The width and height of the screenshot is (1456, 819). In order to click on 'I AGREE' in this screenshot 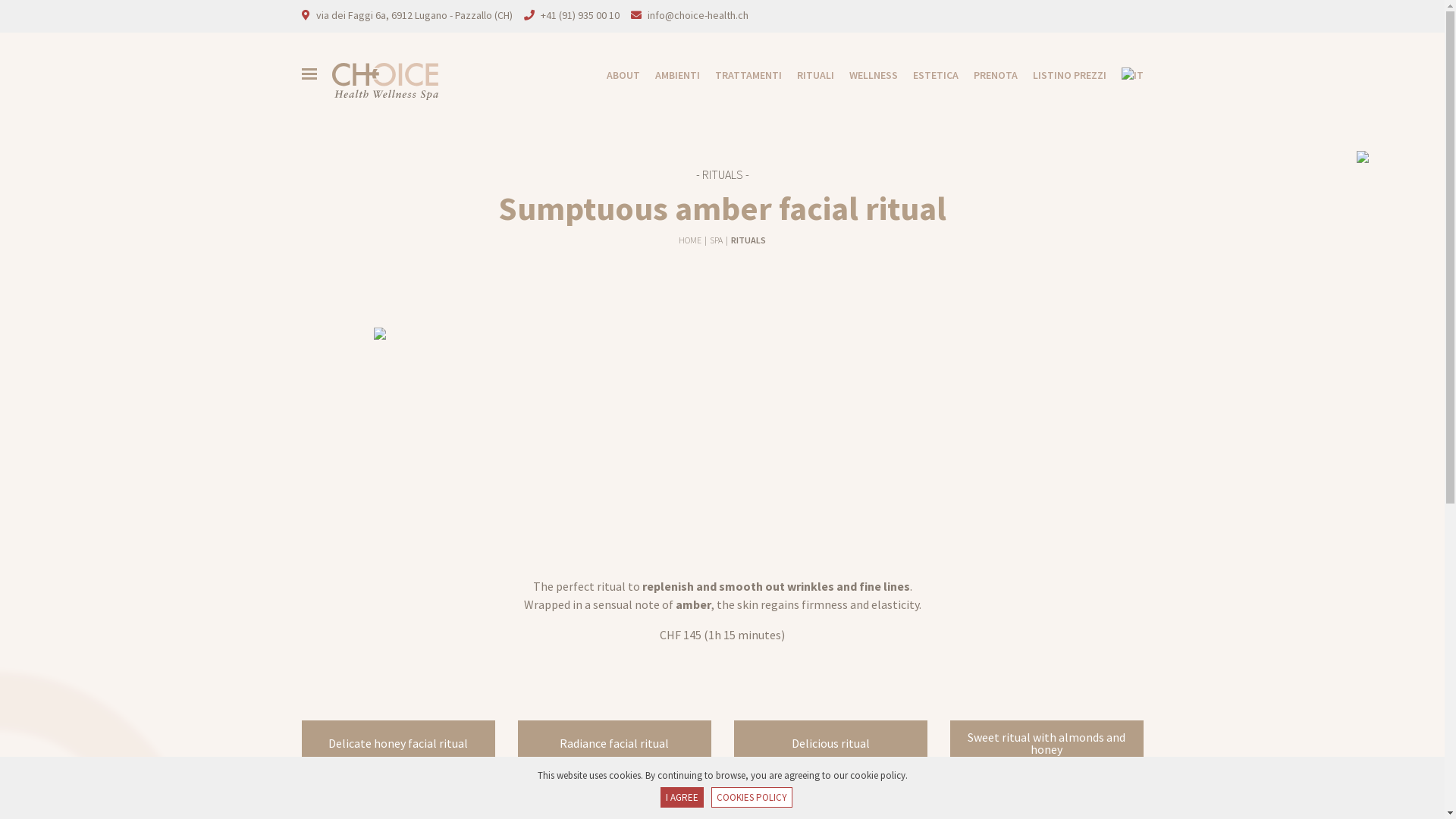, I will do `click(680, 797)`.